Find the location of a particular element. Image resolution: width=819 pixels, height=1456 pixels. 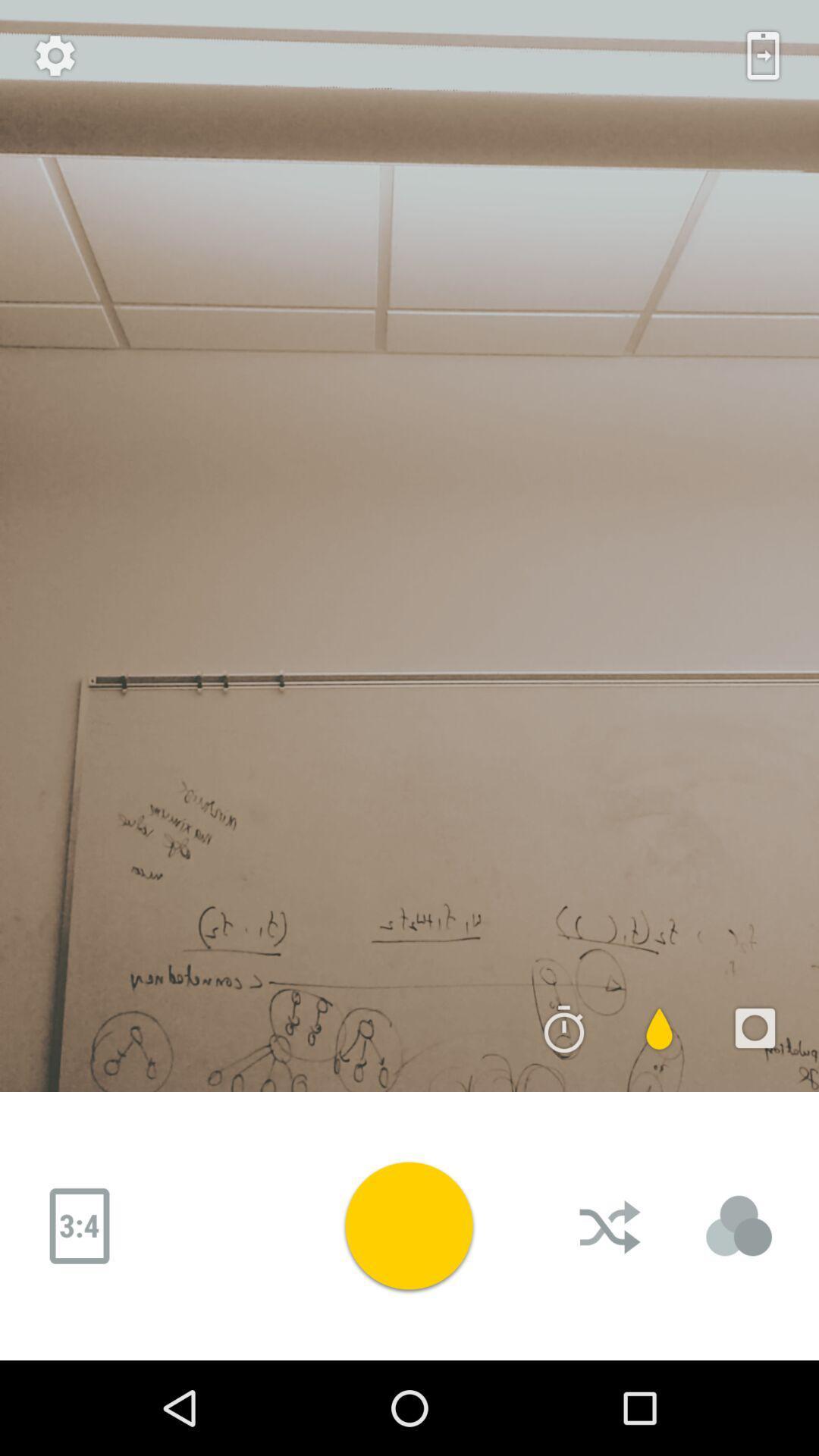

capture is located at coordinates (408, 1225).